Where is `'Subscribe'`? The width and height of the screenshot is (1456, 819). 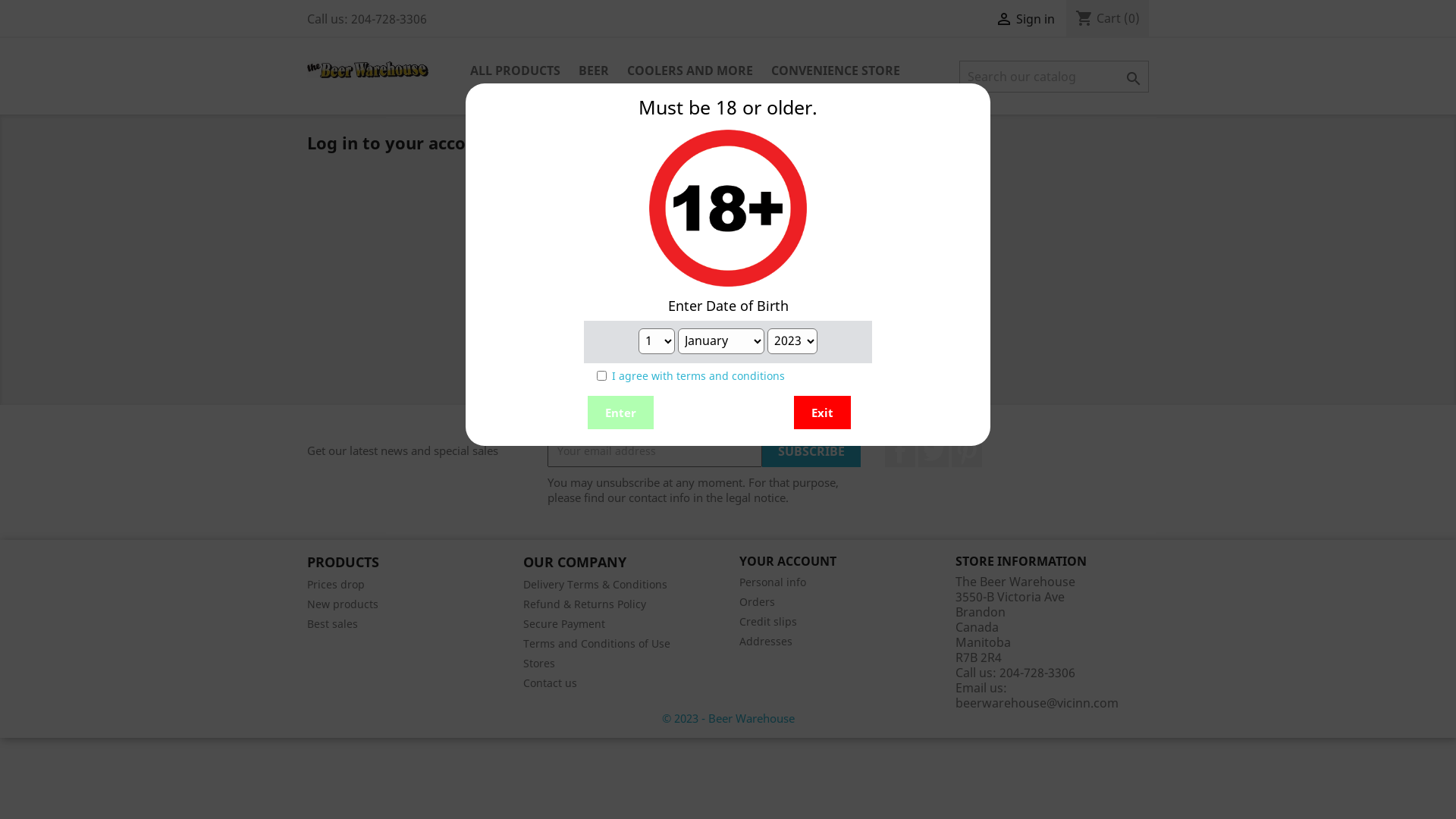
'Subscribe' is located at coordinates (761, 450).